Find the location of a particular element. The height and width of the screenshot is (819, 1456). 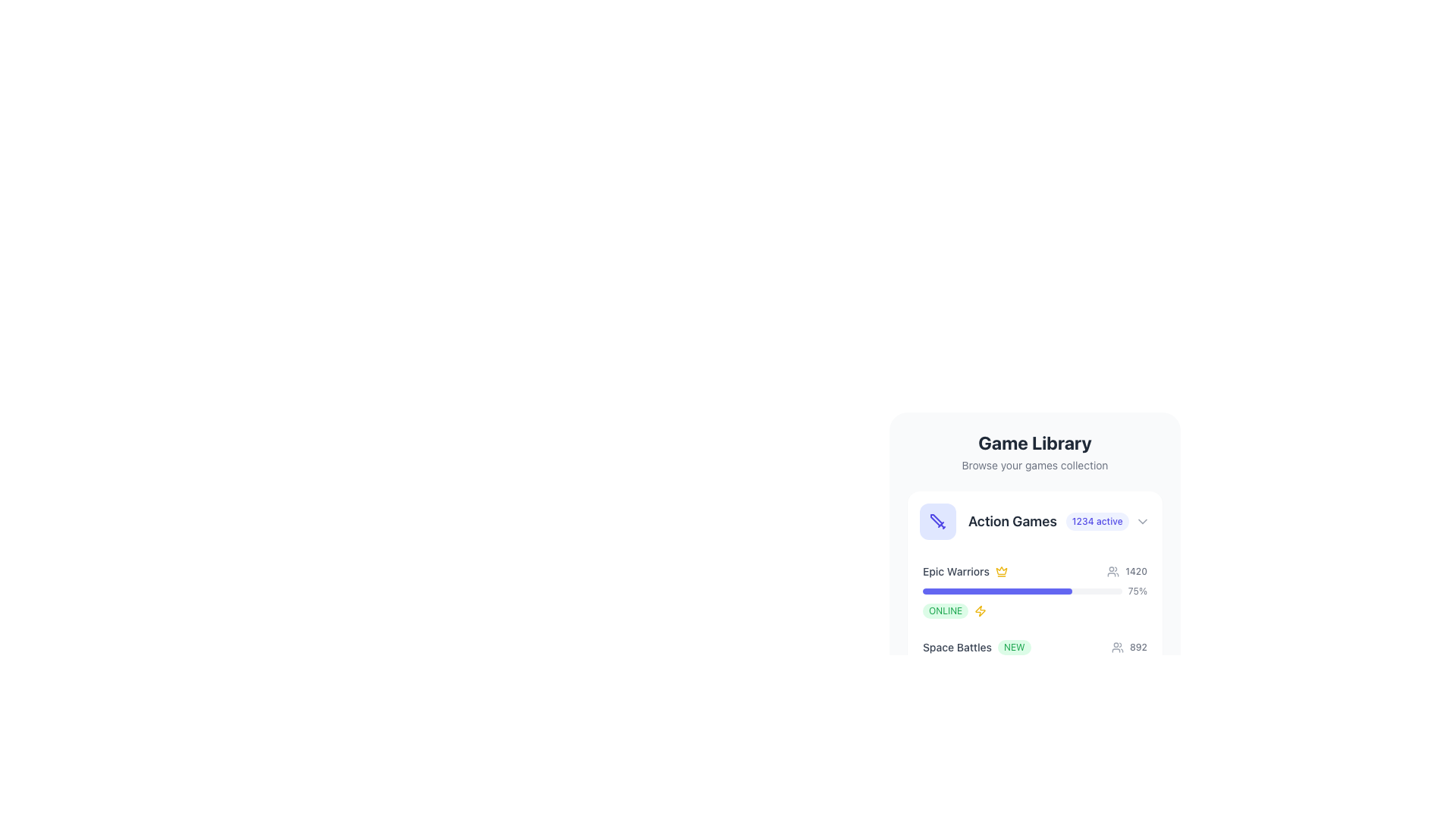

the Progress Bar with Percentage Label indicating 75% completion within the 'Epic Warriors' game card in the 'Action Games' panel of the Game Library is located at coordinates (1034, 590).